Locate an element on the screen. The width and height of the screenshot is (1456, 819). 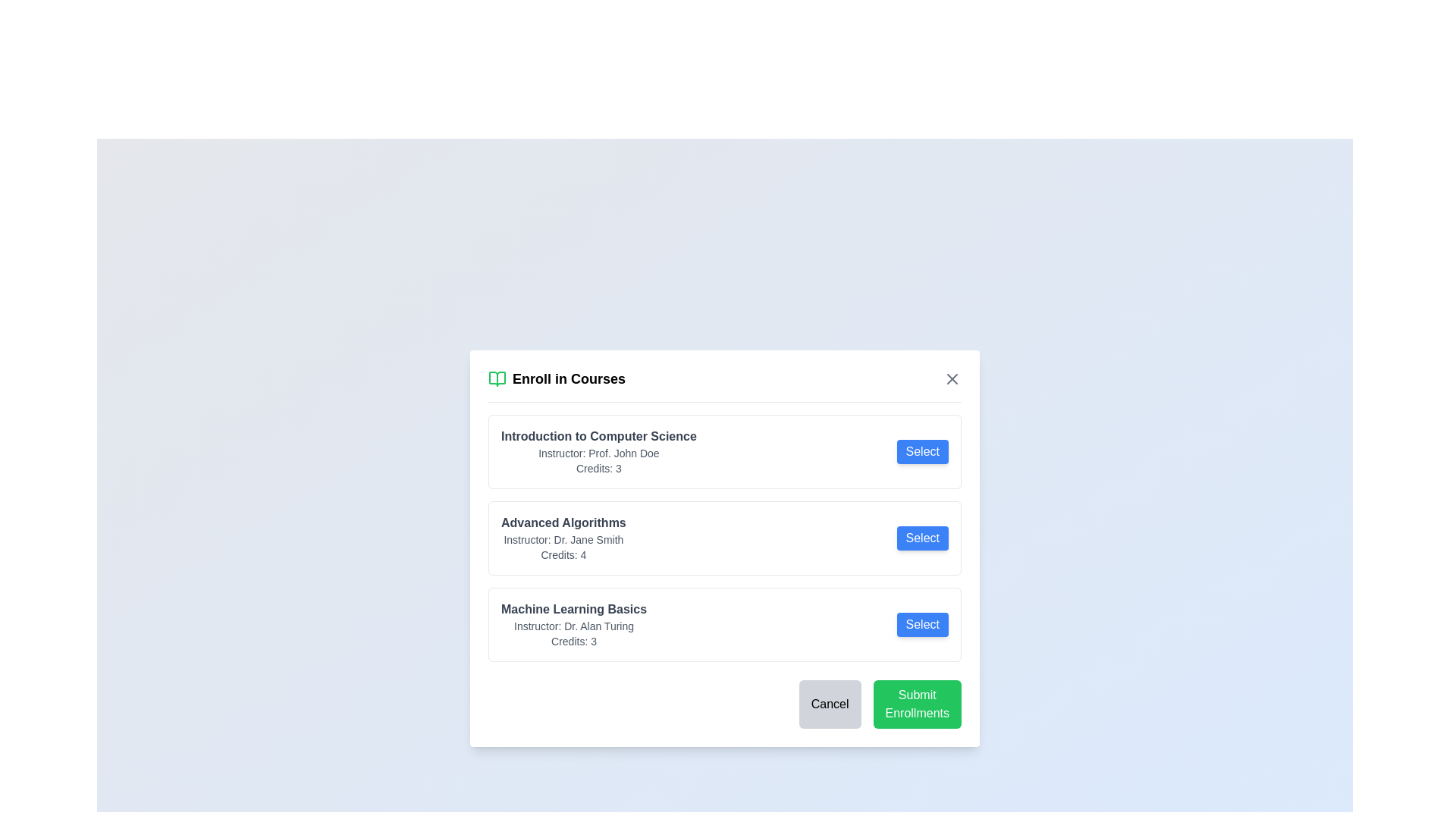
the text label that displays the number of credits for the 'Machine Learning Basics' course, located below the instructor's name in the course details modal is located at coordinates (573, 641).